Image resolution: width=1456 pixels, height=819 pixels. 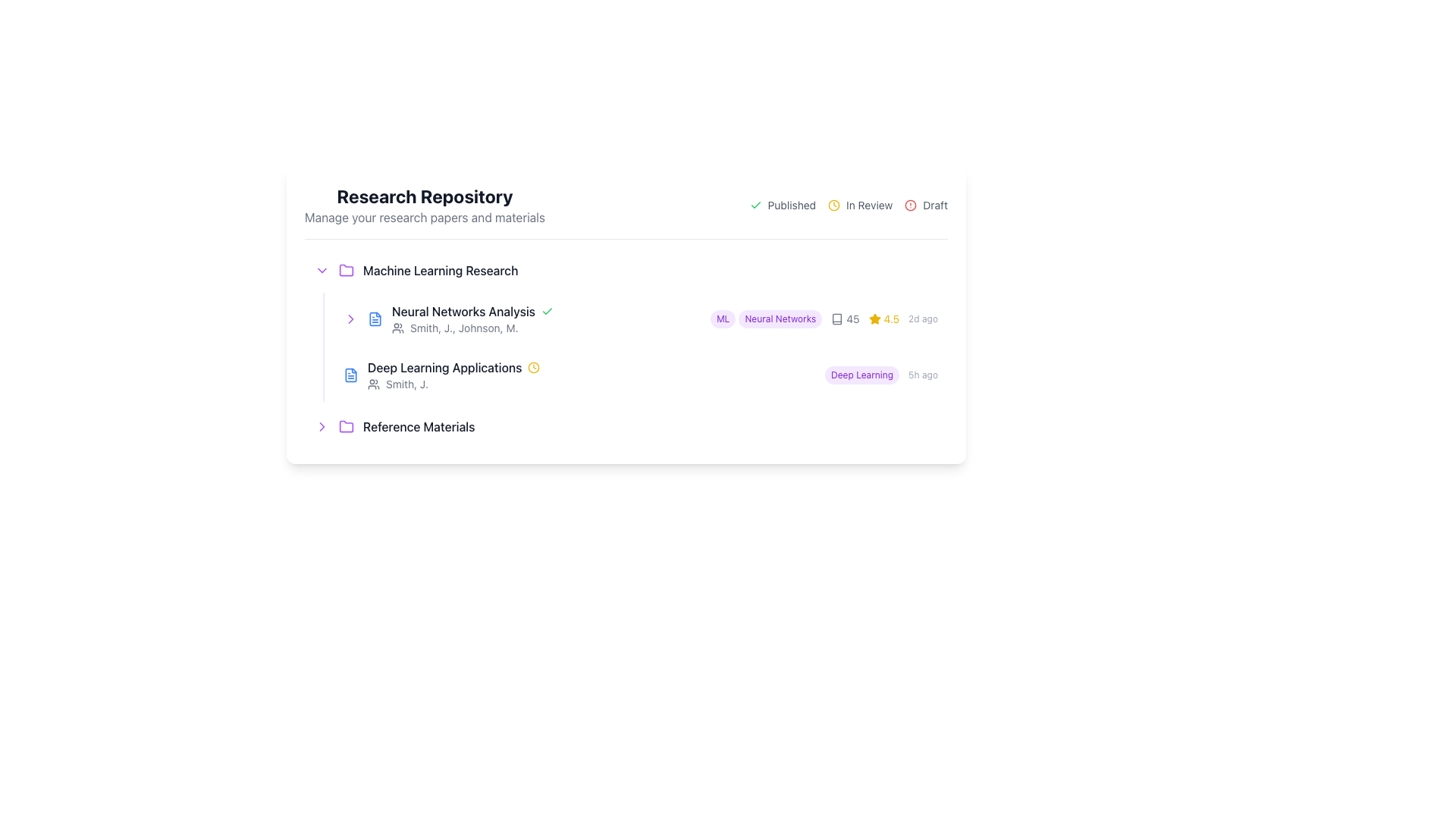 I want to click on the Rating display element, which shows a star icon and is positioned near the right side of the row containing the text 'ML Neural Networks', so click(x=883, y=318).